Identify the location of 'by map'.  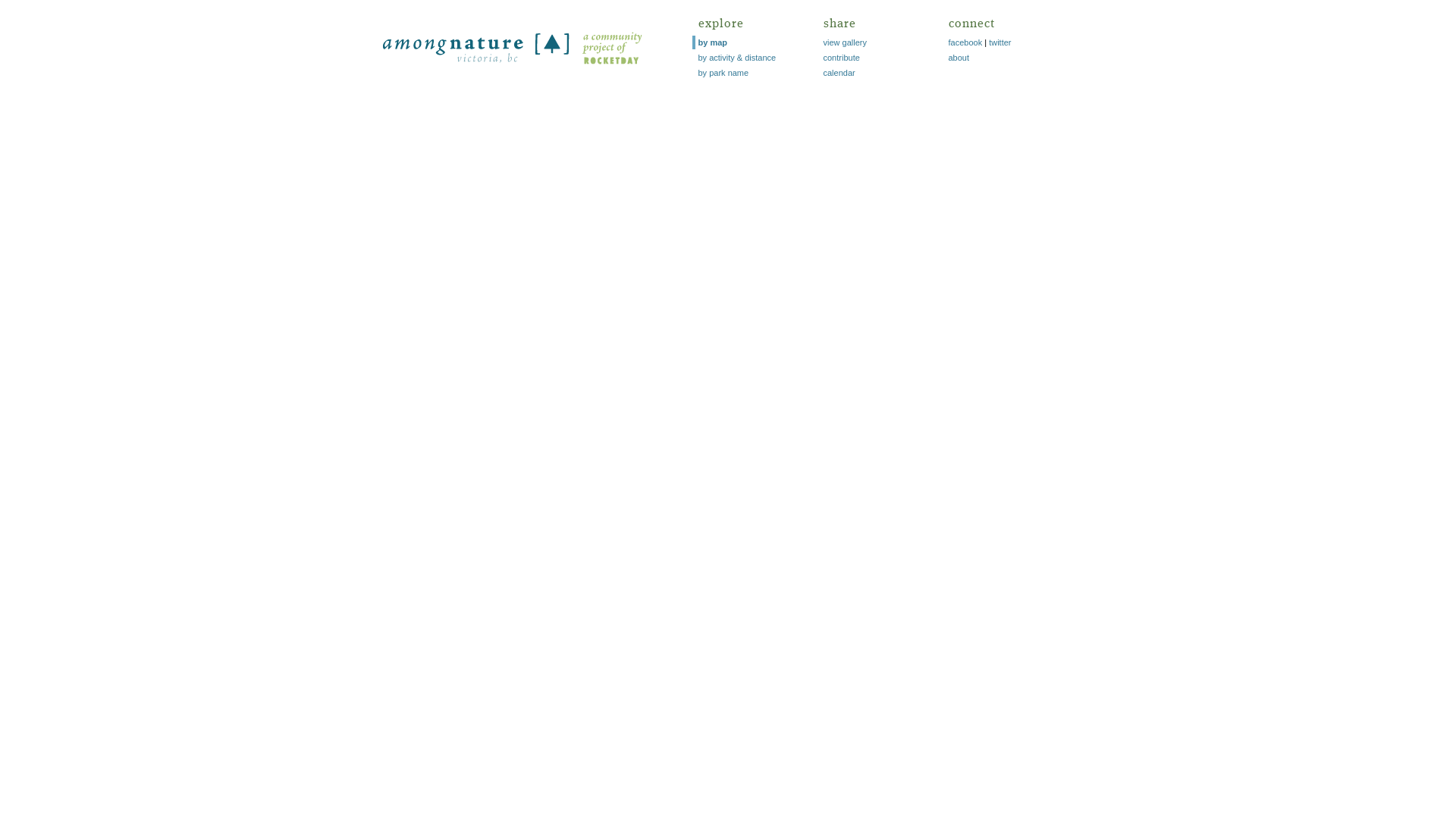
(711, 42).